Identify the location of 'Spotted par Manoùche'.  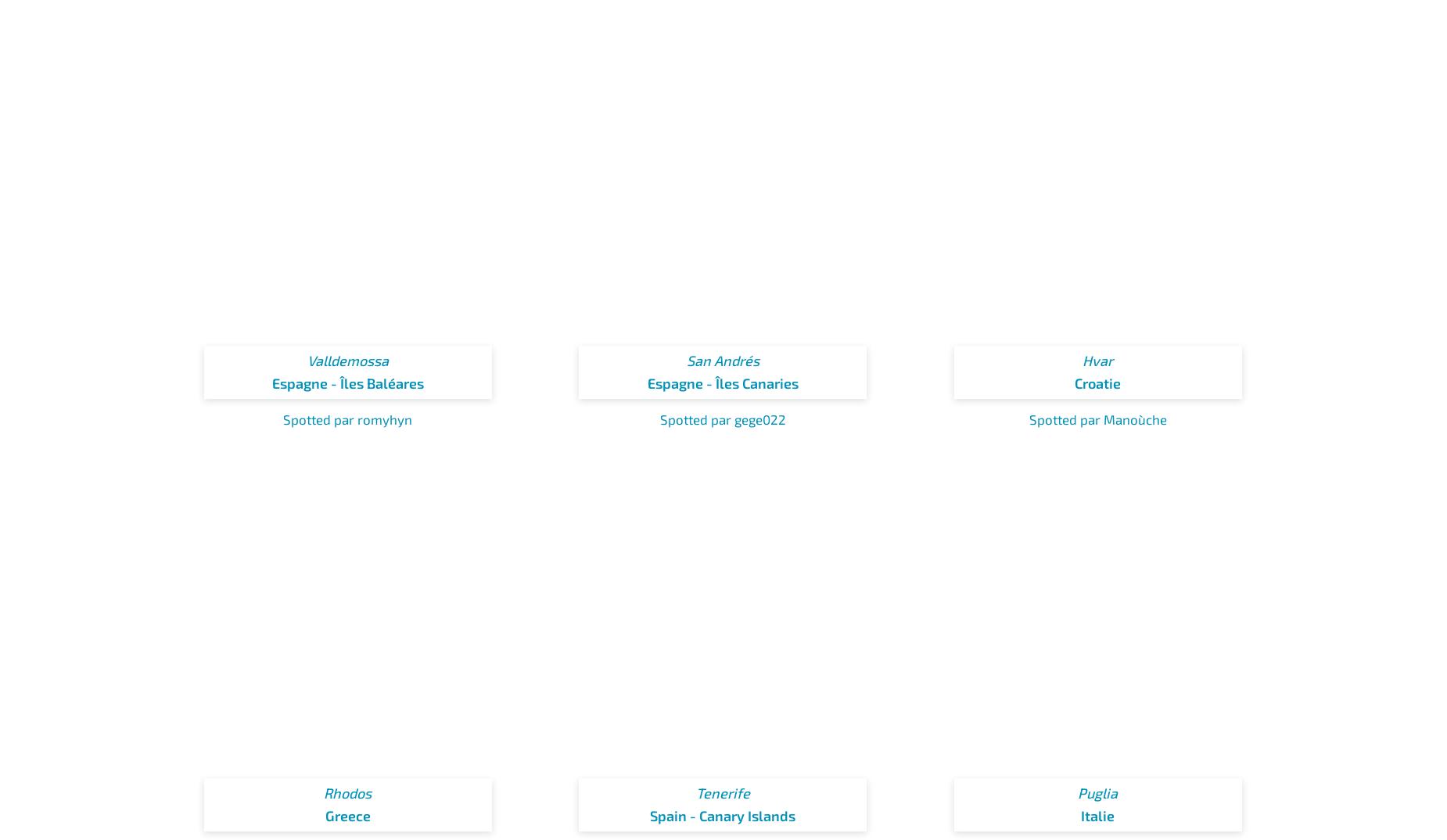
(1027, 419).